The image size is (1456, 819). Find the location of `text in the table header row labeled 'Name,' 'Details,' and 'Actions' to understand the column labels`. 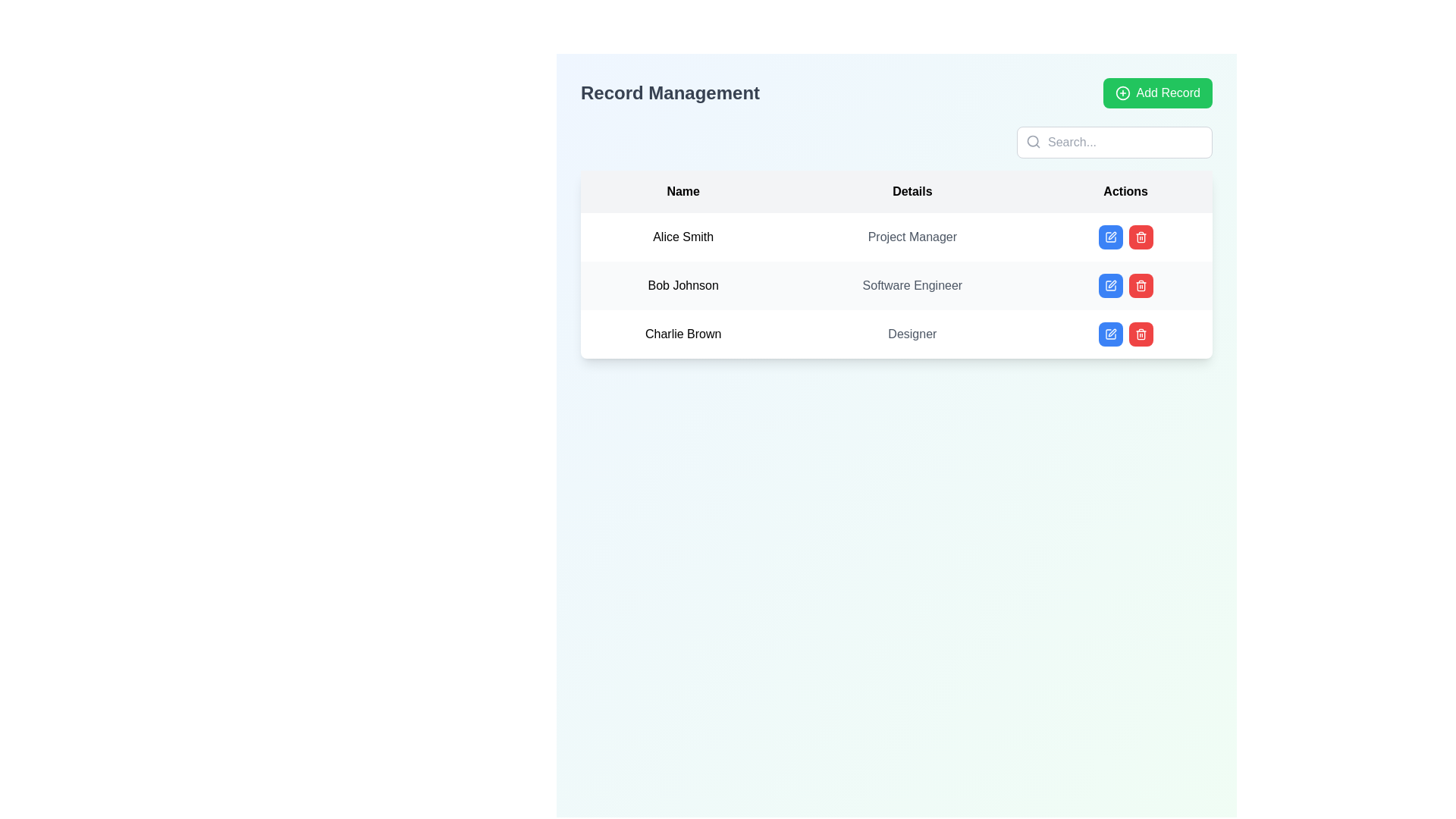

text in the table header row labeled 'Name,' 'Details,' and 'Actions' to understand the column labels is located at coordinates (896, 191).